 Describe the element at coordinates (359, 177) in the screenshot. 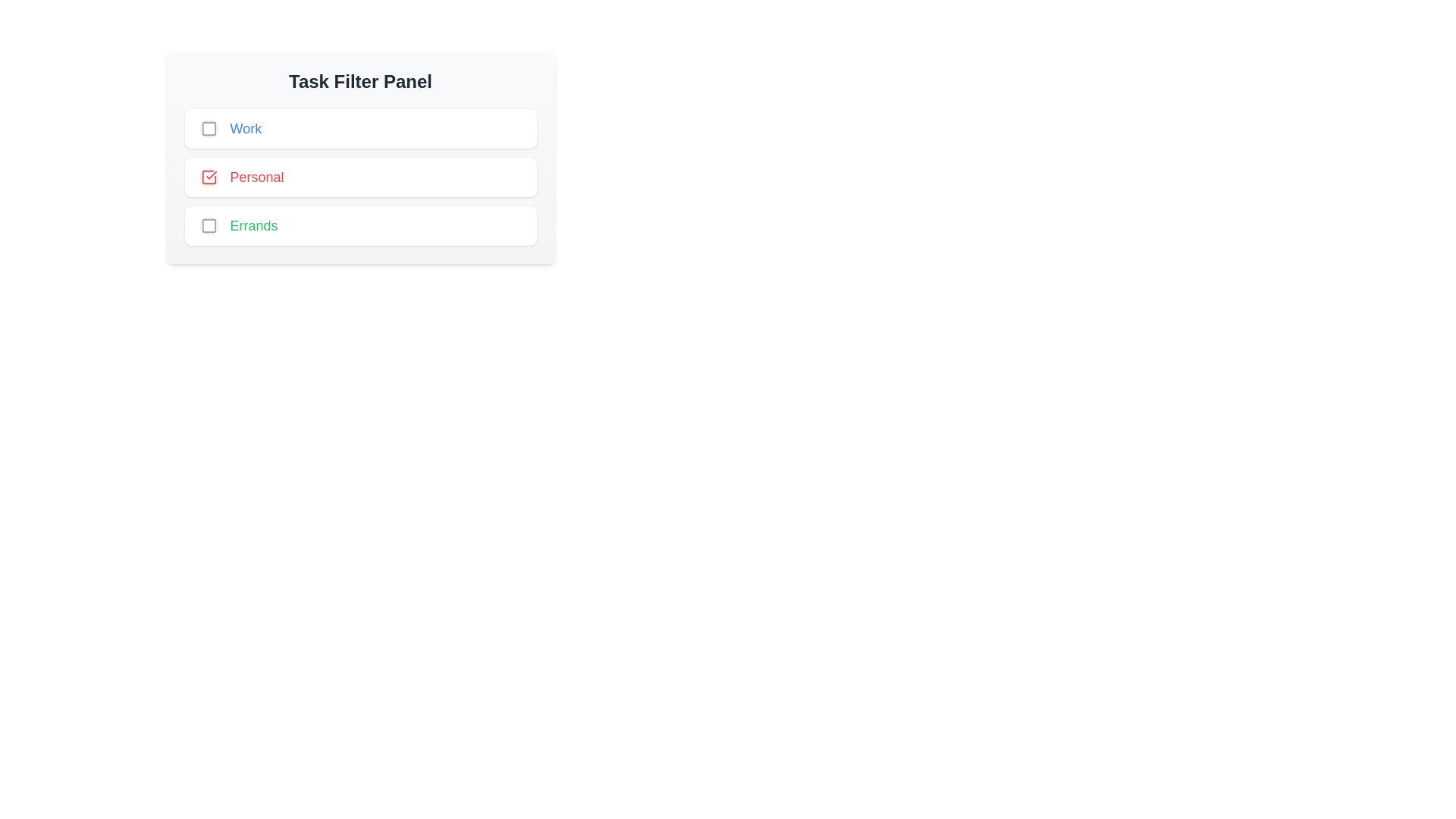

I see `the checkbox in the 'Personal' row within the 'Task Filter Panel' to filter tasks` at that location.